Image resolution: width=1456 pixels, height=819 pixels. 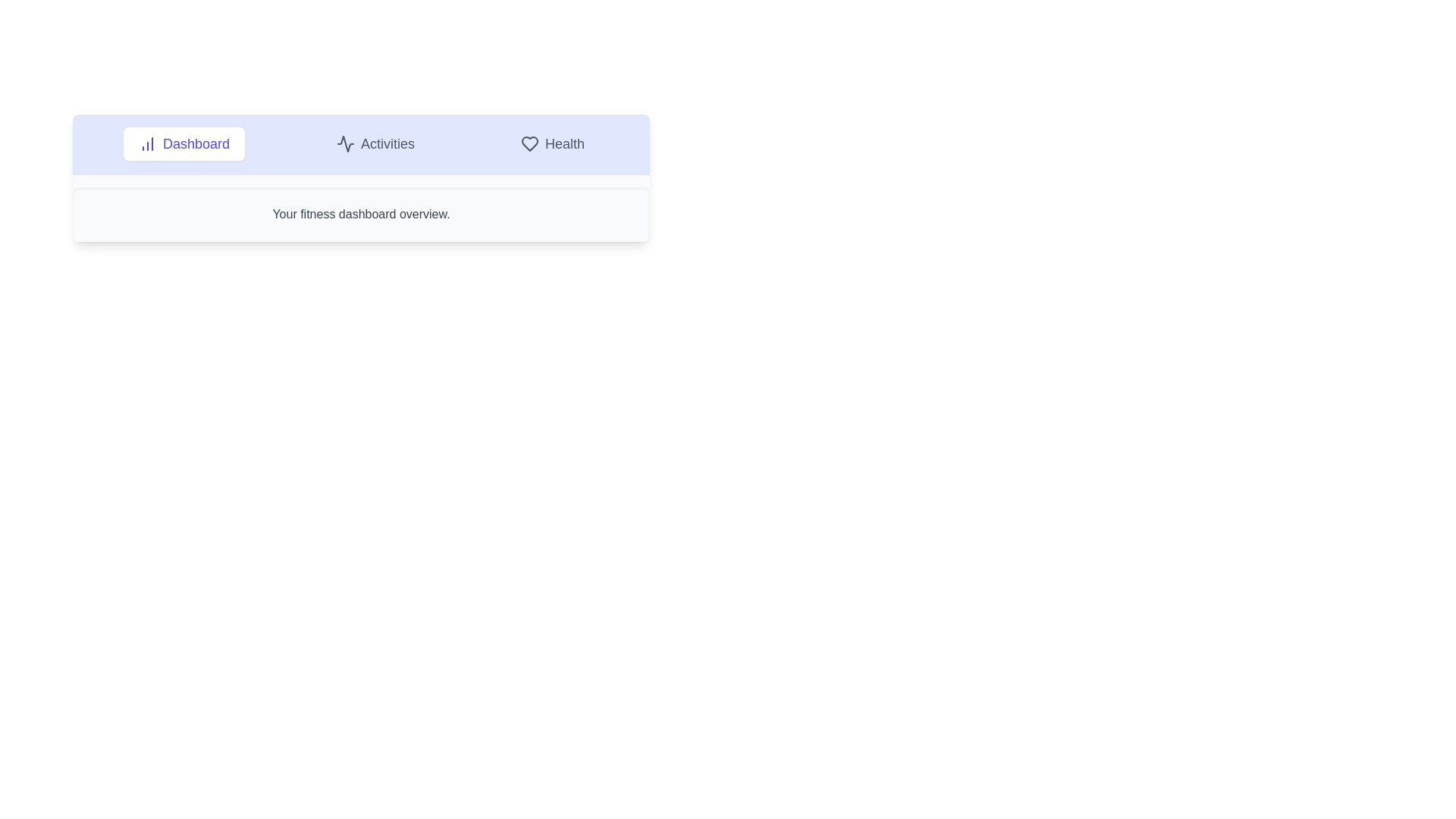 I want to click on the Activities tab to view its content, so click(x=375, y=143).